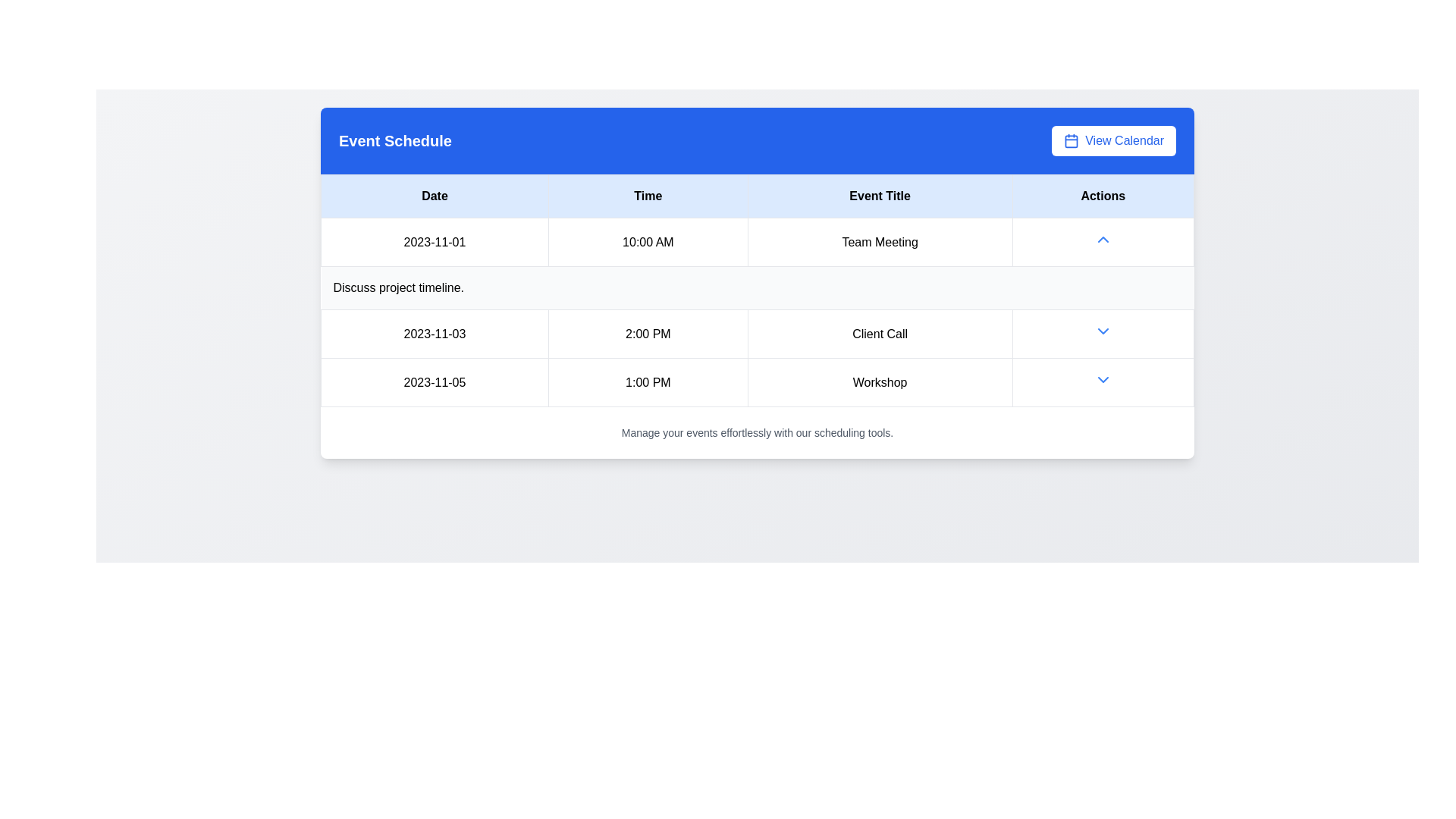 The image size is (1456, 819). I want to click on the icon in the 'Actions' column of the last row of the table for the 'Workshop' event, so click(1103, 381).